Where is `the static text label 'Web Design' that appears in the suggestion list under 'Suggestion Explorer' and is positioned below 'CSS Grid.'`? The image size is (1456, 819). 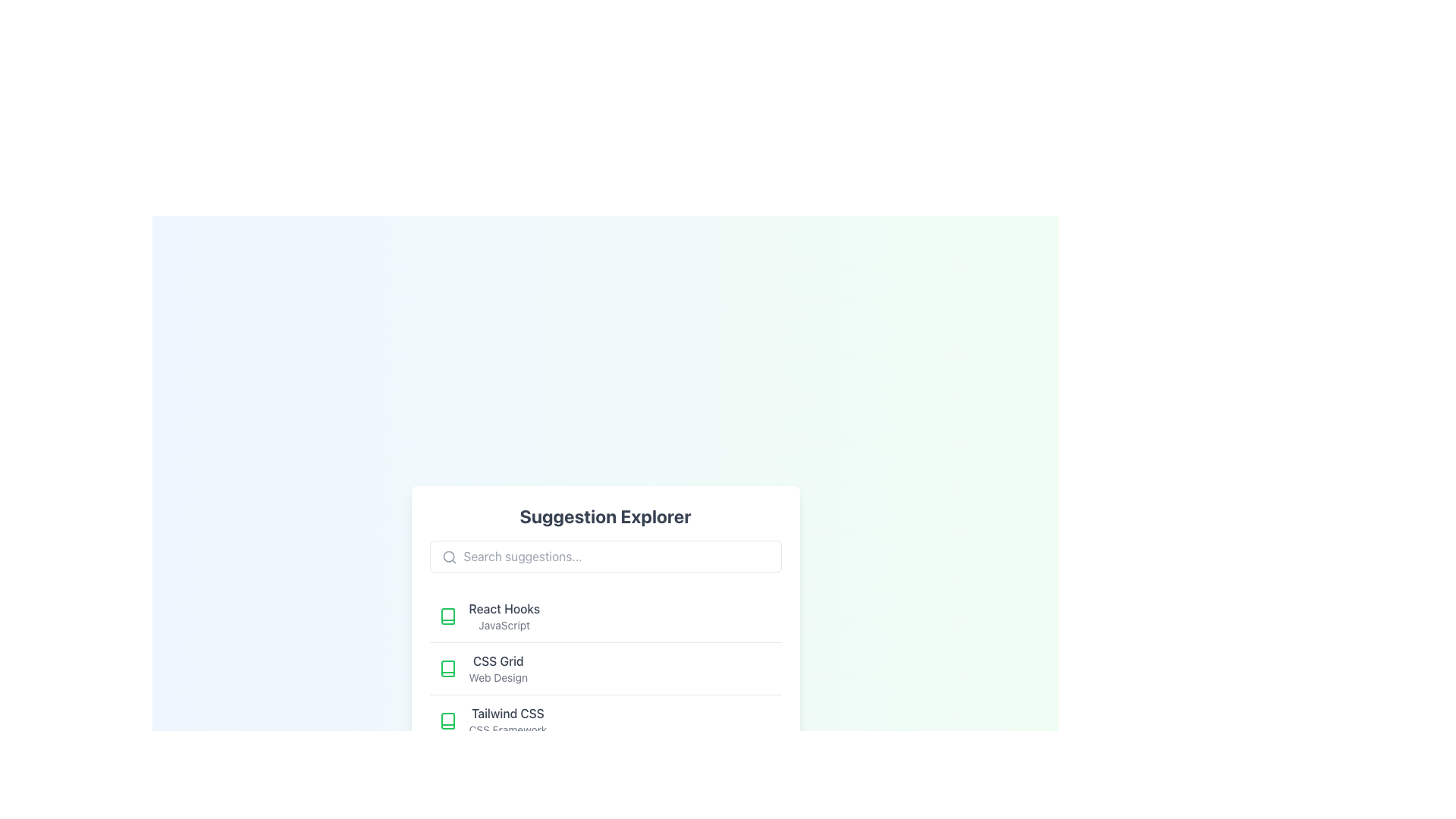
the static text label 'Web Design' that appears in the suggestion list under 'Suggestion Explorer' and is positioned below 'CSS Grid.' is located at coordinates (498, 677).